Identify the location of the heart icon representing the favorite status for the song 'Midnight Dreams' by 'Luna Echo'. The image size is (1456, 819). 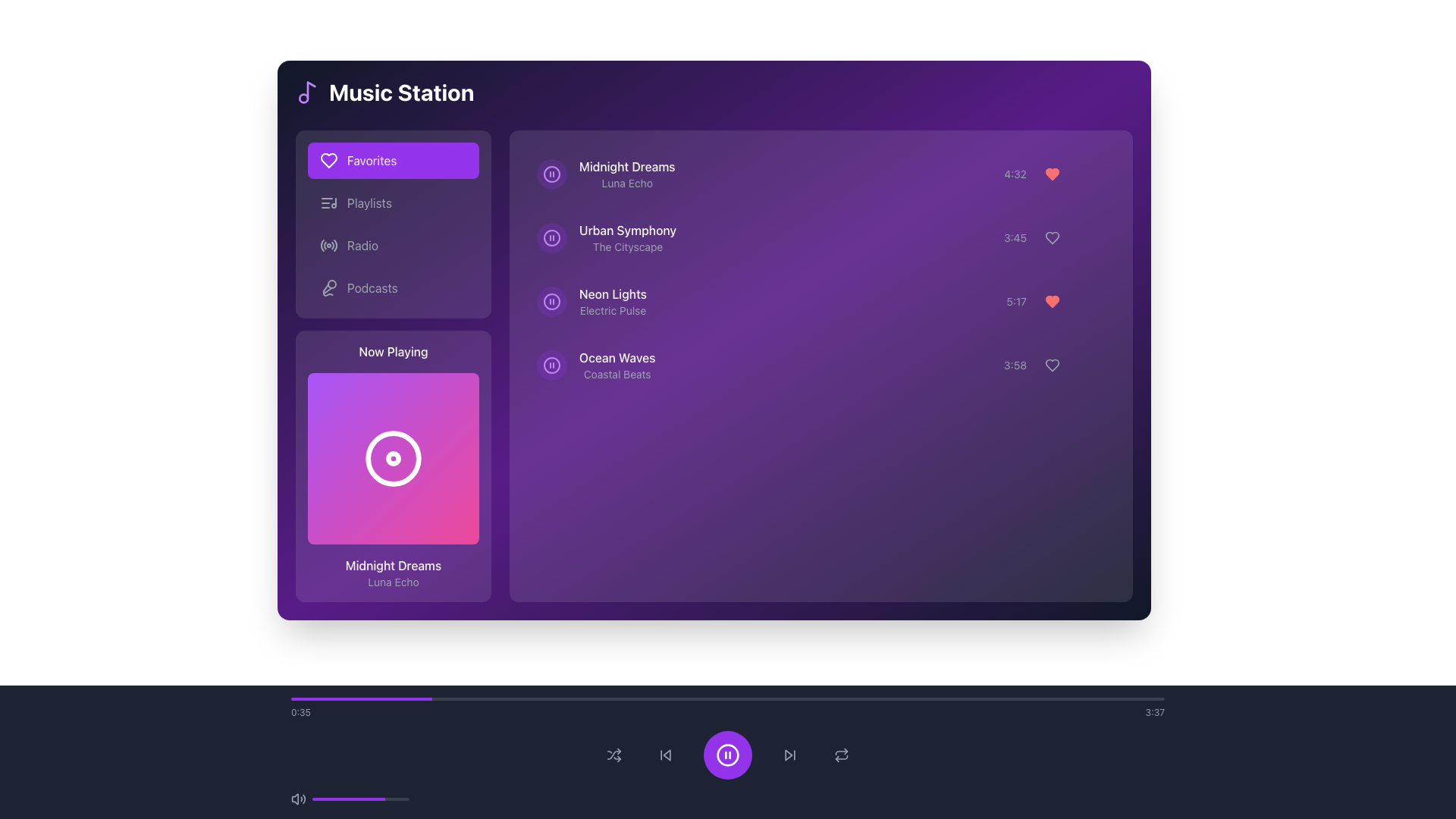
(1054, 174).